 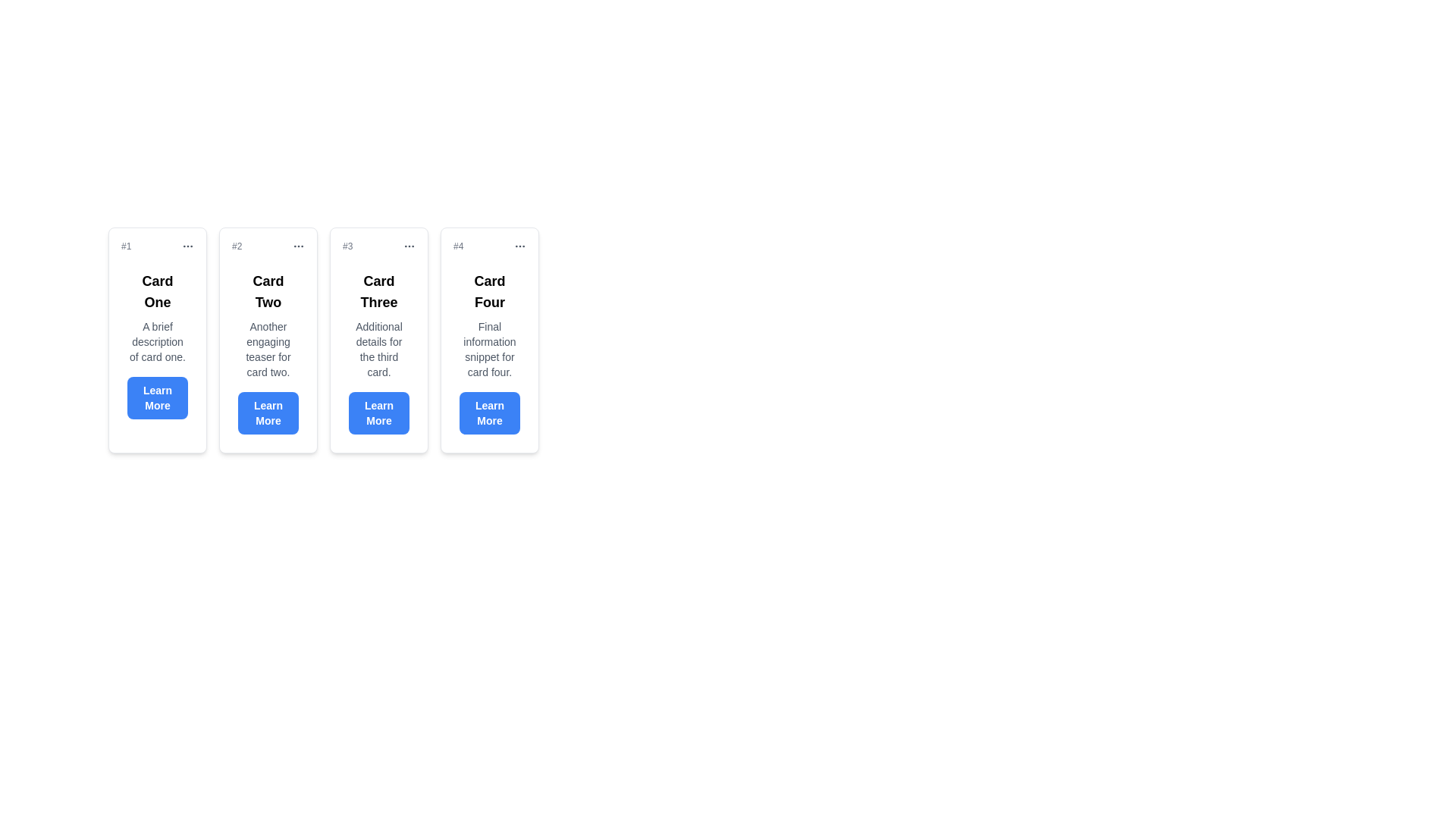 What do you see at coordinates (126, 245) in the screenshot?
I see `the small gray text element displaying '#1' located at the top center of the first card in a horizontal list` at bounding box center [126, 245].